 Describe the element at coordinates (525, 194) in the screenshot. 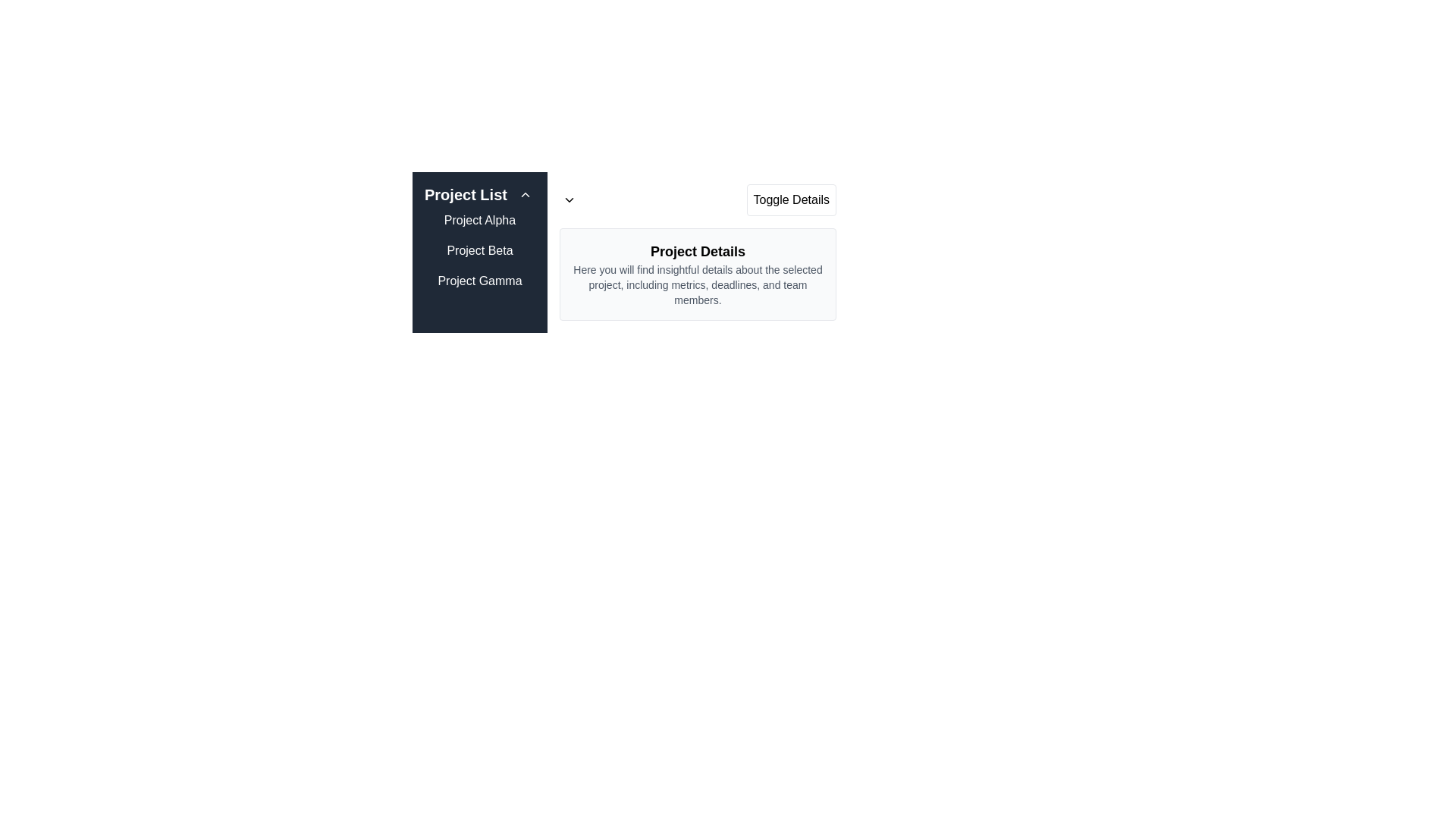

I see `the small triangular upward-pointing arrow icon button located to the right of the 'Project List' text to change its background color to gray` at that location.